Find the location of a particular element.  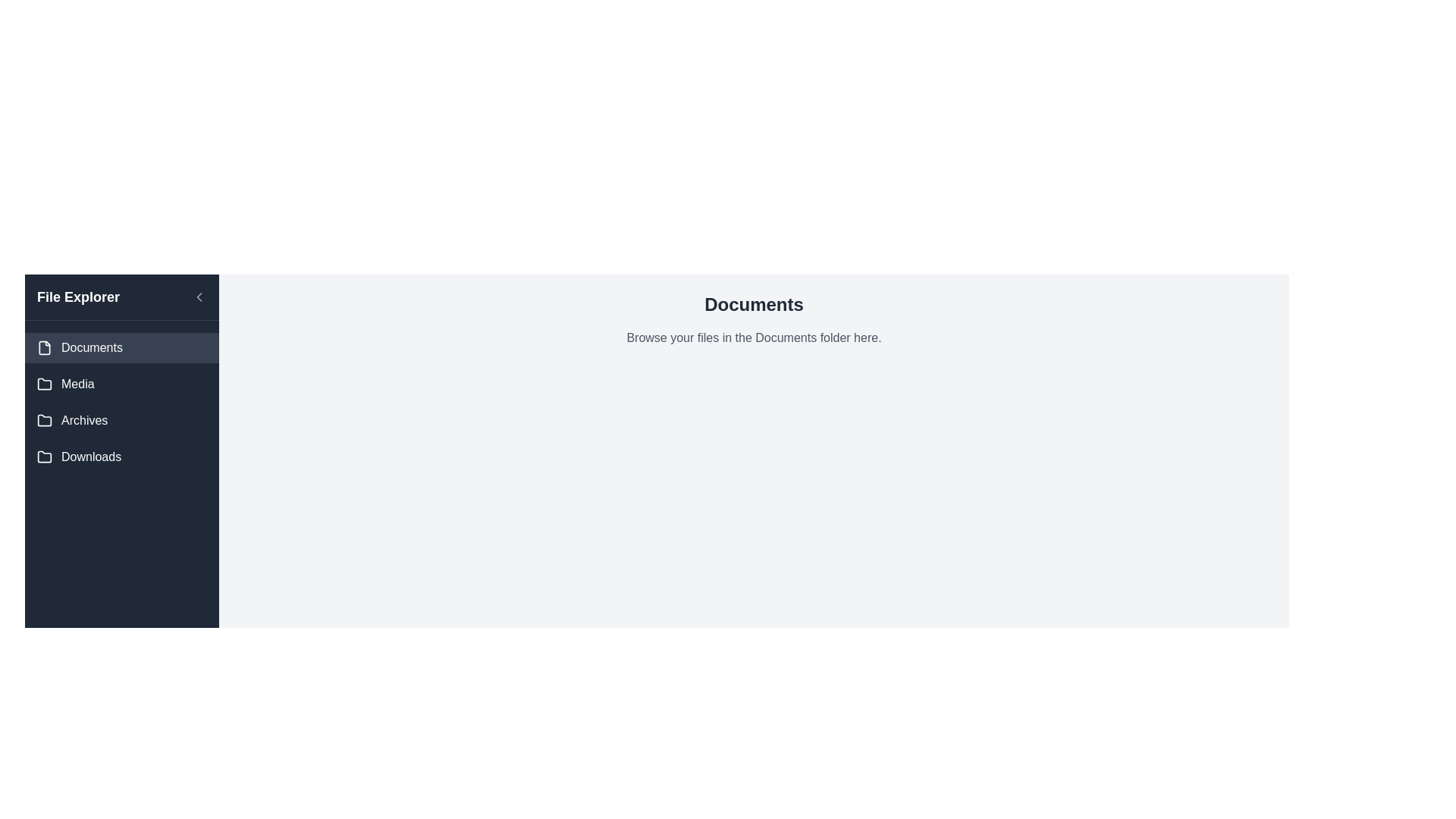

the appearance of the folder icon located to the left of the 'Media' text in the 'File Explorer' menu is located at coordinates (44, 383).